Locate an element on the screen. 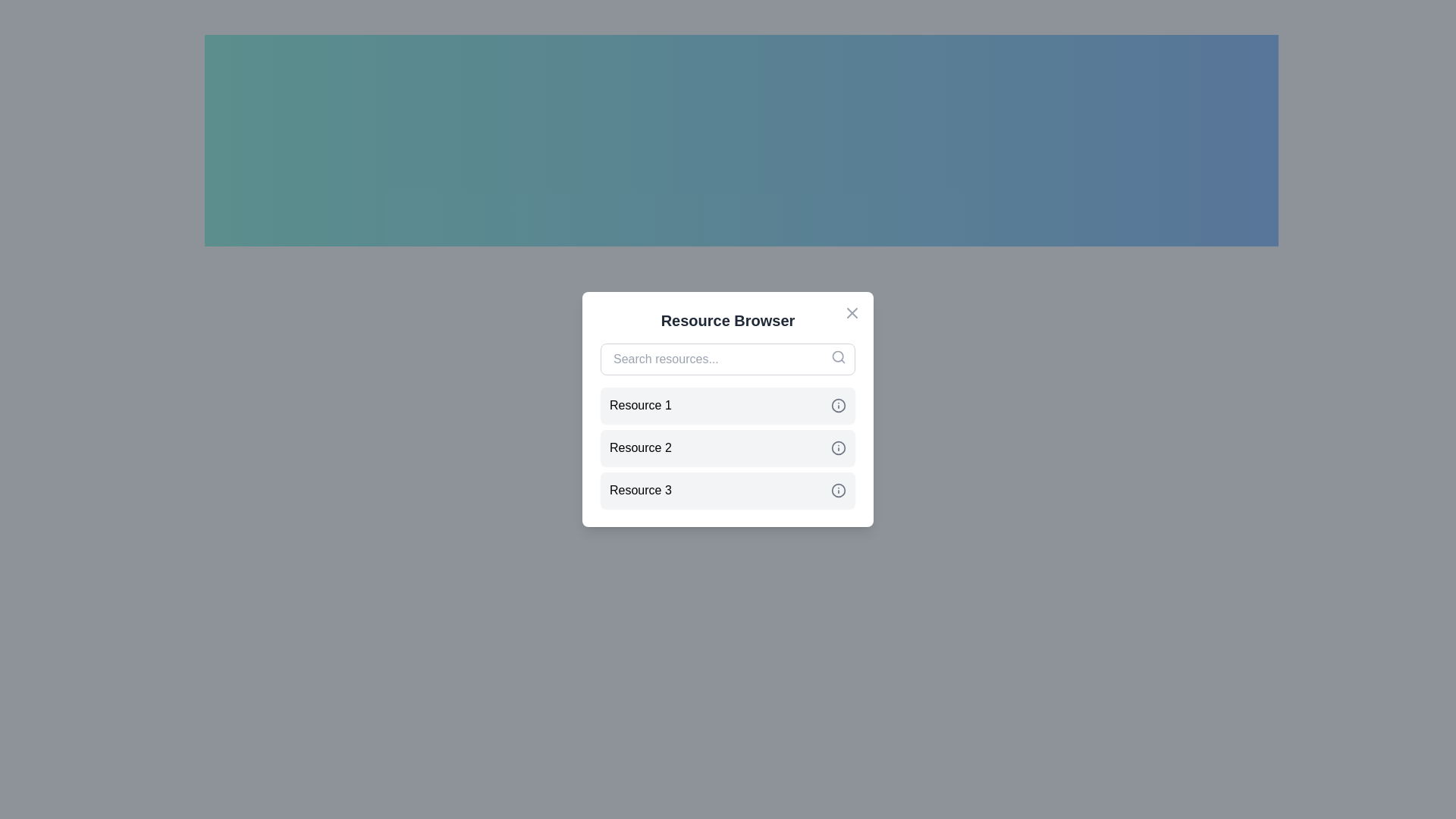 This screenshot has height=819, width=1456. the first selectable resource option in the vertical list within the modal window, which displays detailed information about 'Resource 1' is located at coordinates (728, 405).